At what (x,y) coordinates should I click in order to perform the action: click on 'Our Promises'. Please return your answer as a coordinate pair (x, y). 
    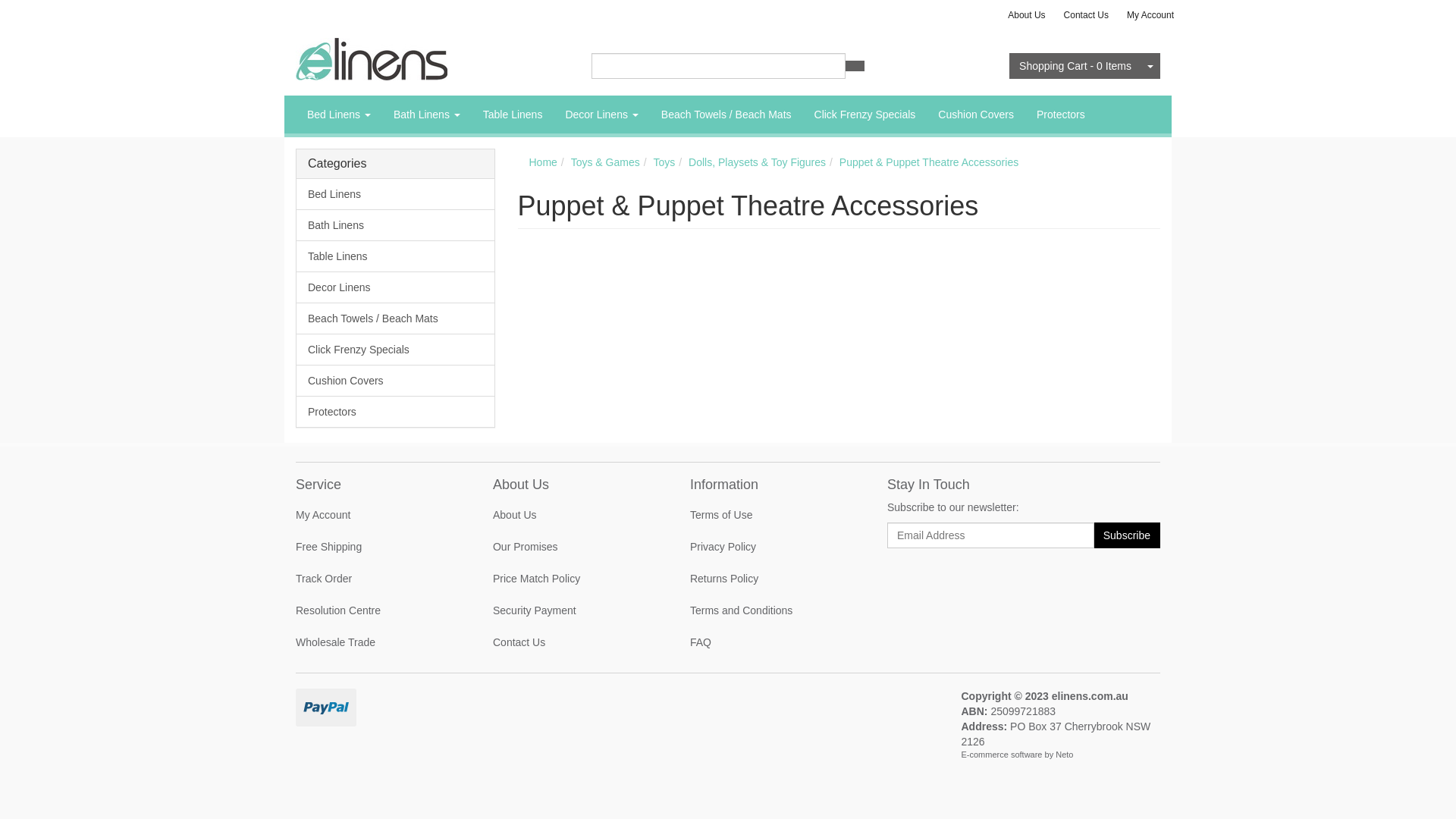
    Looking at the image, I should click on (573, 547).